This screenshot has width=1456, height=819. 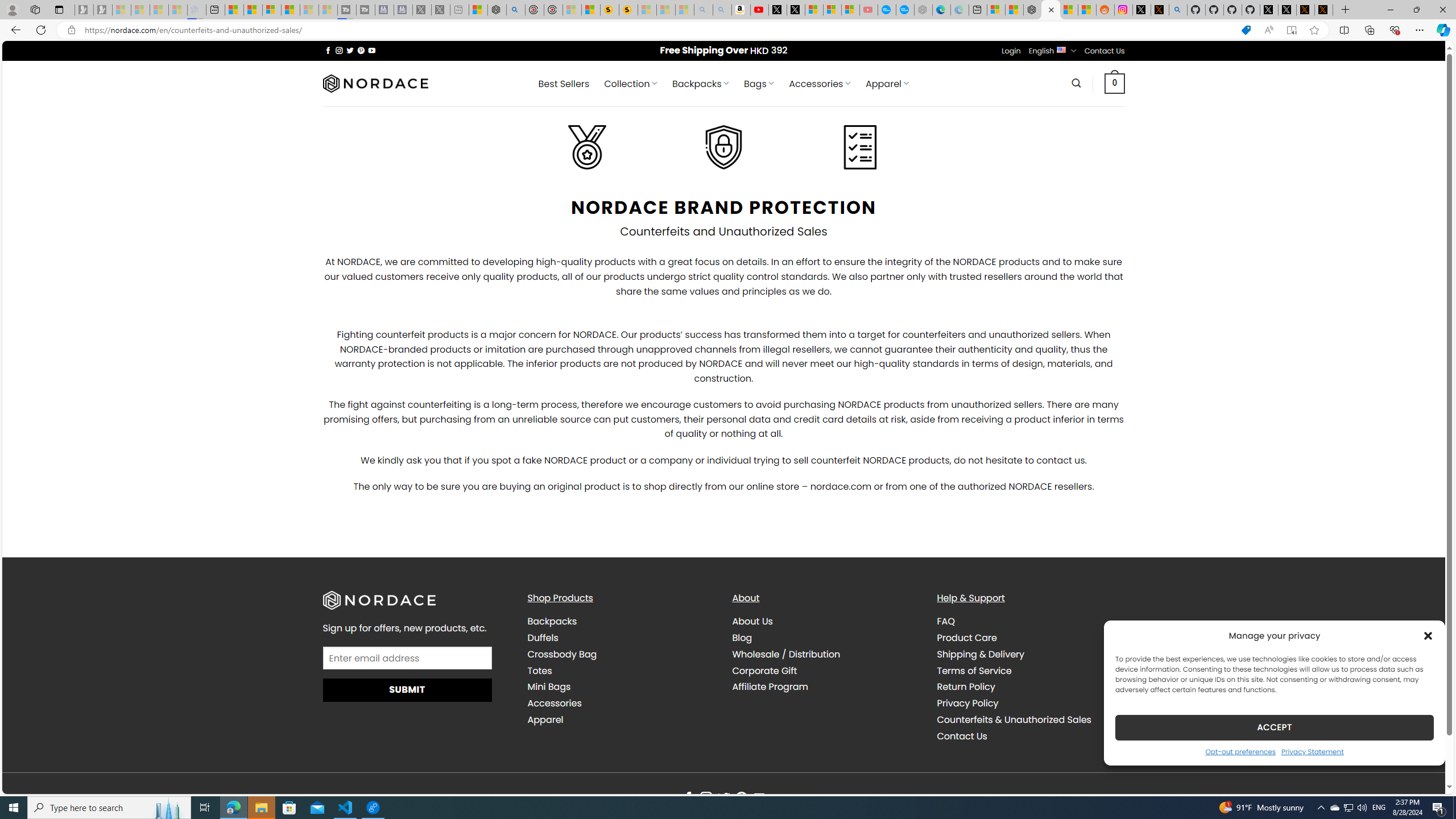 I want to click on 'Shipping & Delivery', so click(x=1030, y=653).